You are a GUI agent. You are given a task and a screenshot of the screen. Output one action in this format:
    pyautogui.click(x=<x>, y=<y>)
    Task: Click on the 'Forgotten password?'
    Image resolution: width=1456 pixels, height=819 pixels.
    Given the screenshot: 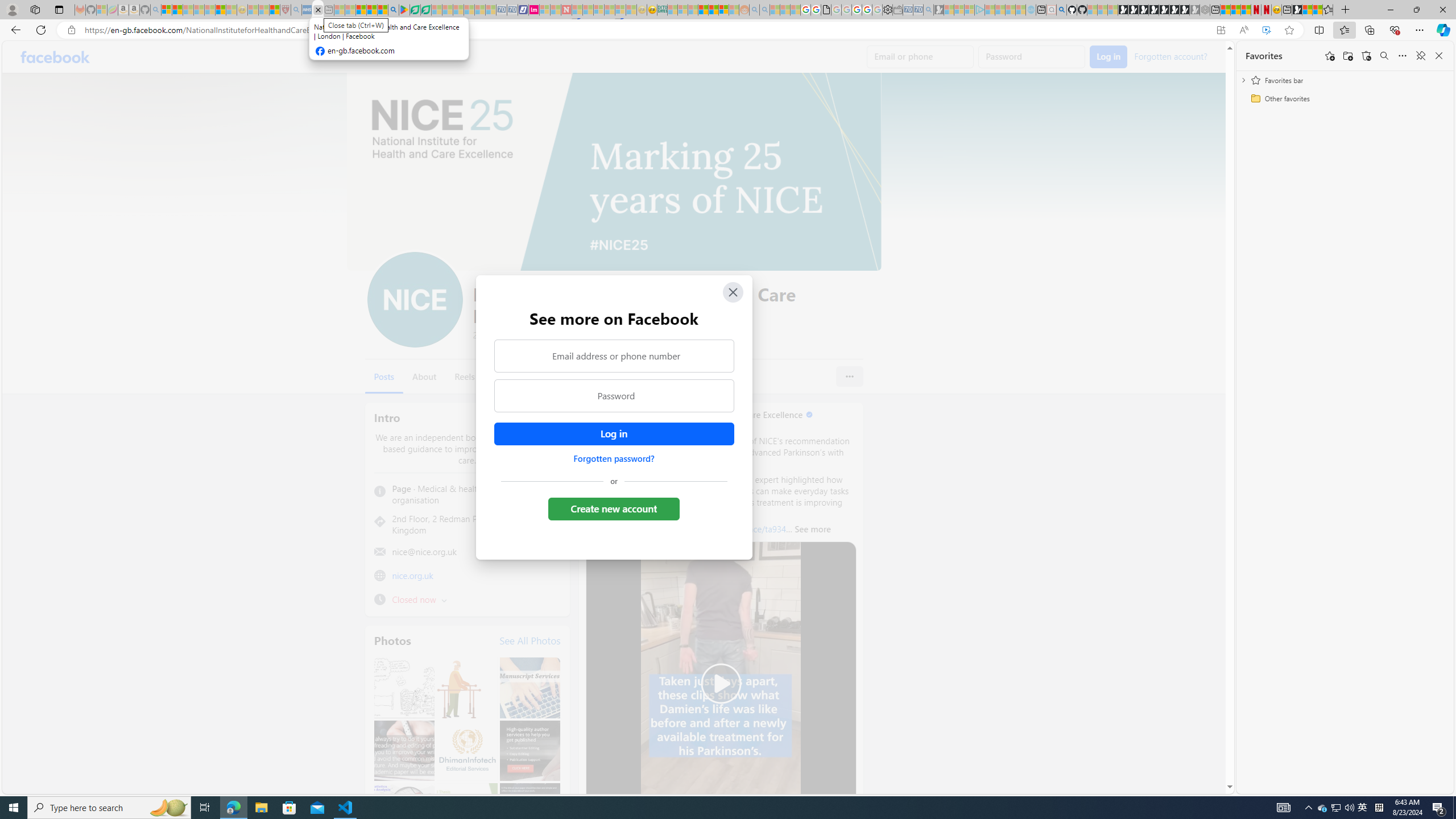 What is the action you would take?
    pyautogui.click(x=614, y=458)
    